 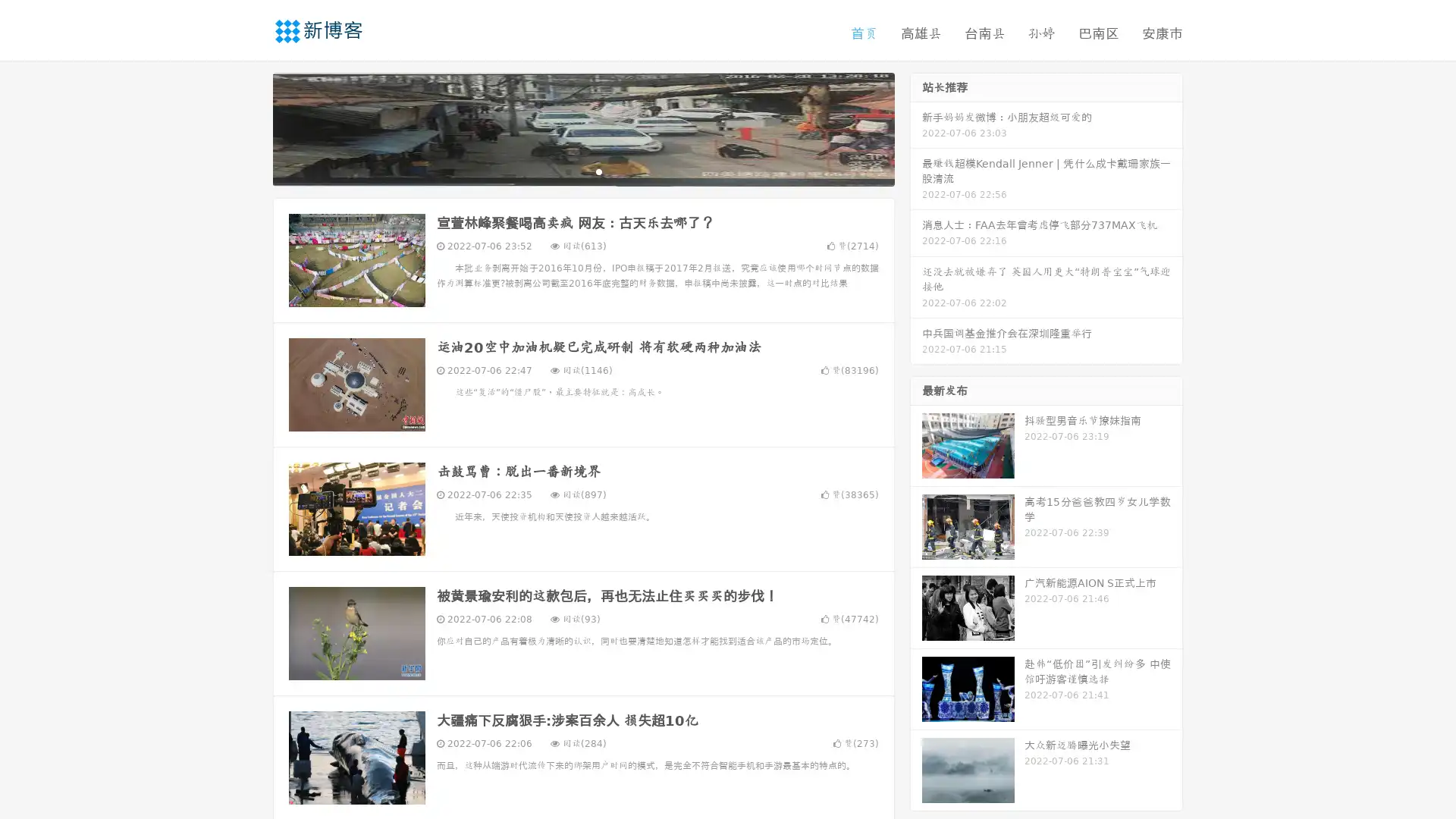 I want to click on Go to slide 3, so click(x=598, y=171).